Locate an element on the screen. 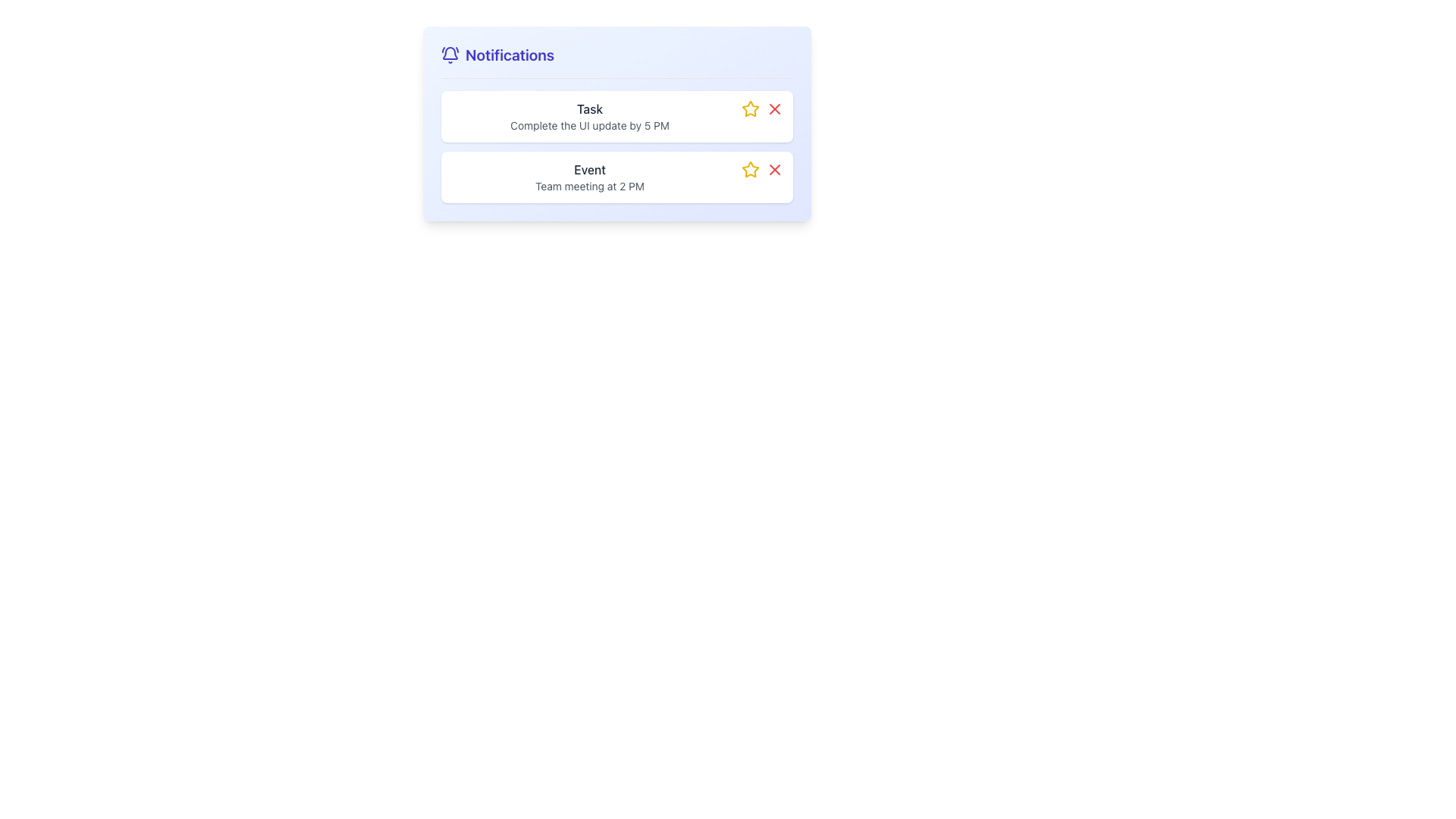 The width and height of the screenshot is (1456, 819). text from the 'Task' notification label that contains 'Task' in bold and 'Complete the UI update by 5 PM' in regular font is located at coordinates (588, 116).